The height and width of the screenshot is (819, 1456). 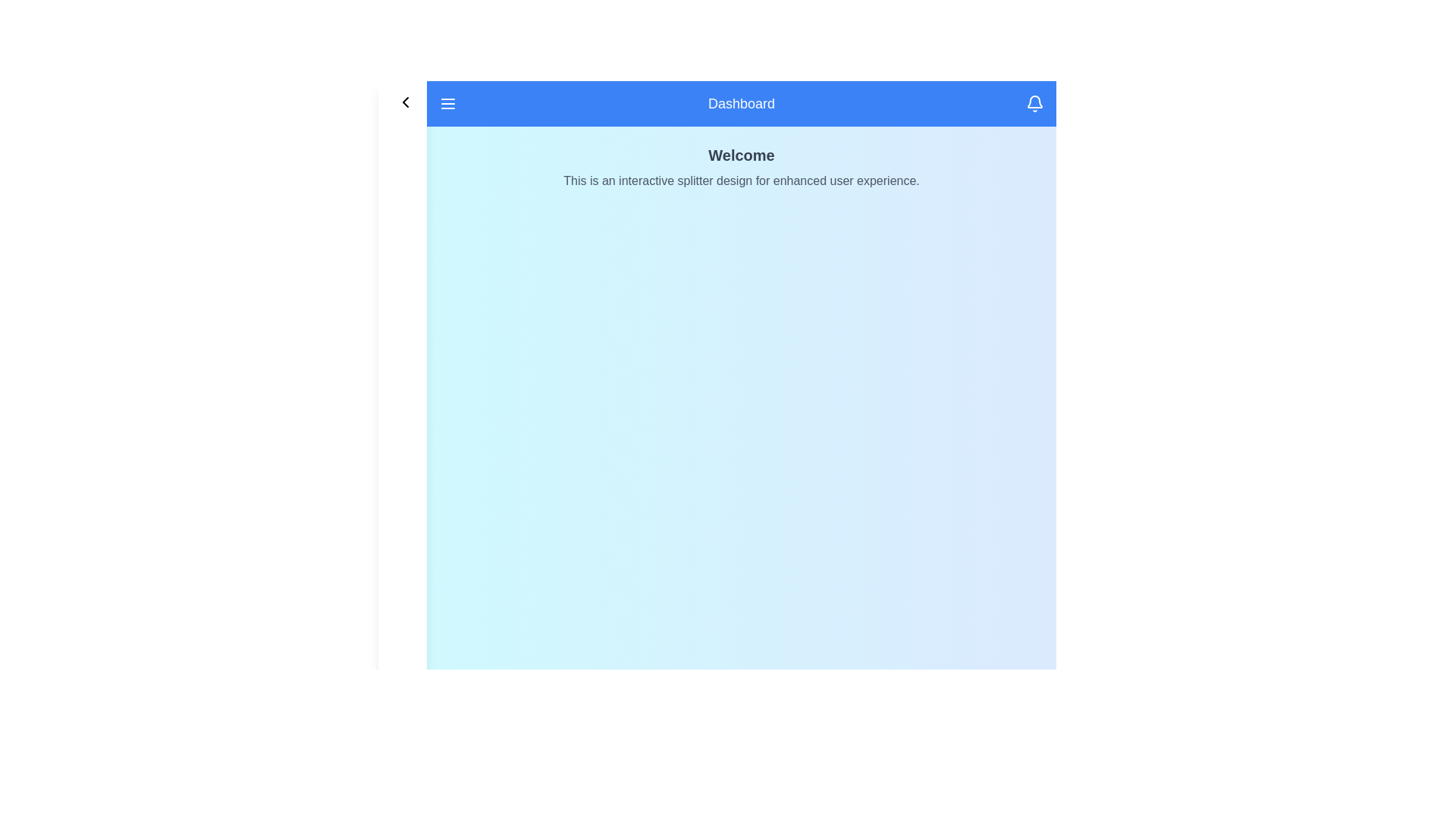 I want to click on the menu toggle button located on the leftmost side of the blue top bar named 'Dashboard', so click(x=447, y=103).